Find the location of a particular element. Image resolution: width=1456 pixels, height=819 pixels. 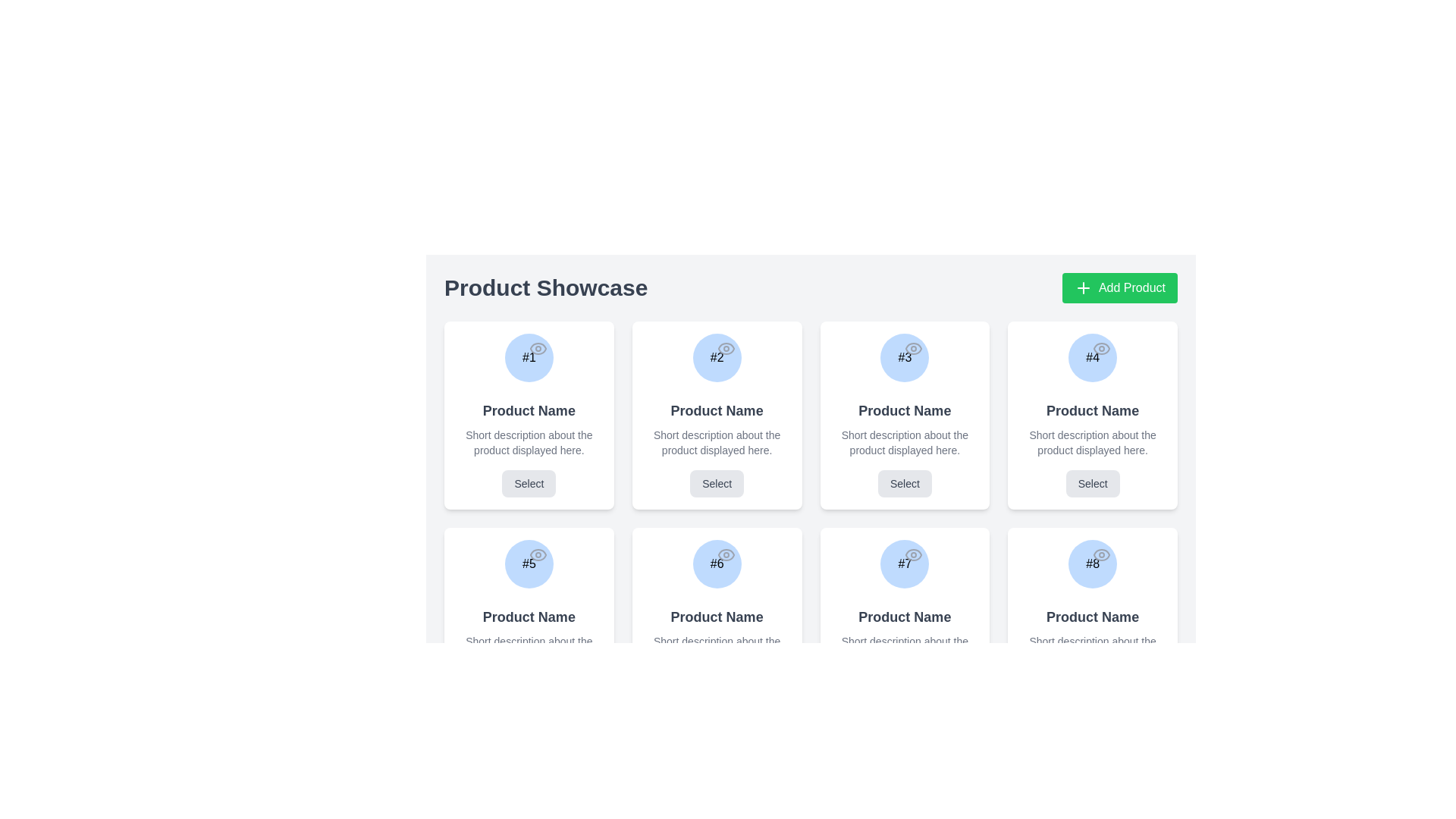

the text label displaying '#2' that is embedded within a light blue circular badge located at the top-center of a card in the second column of the first row is located at coordinates (716, 357).